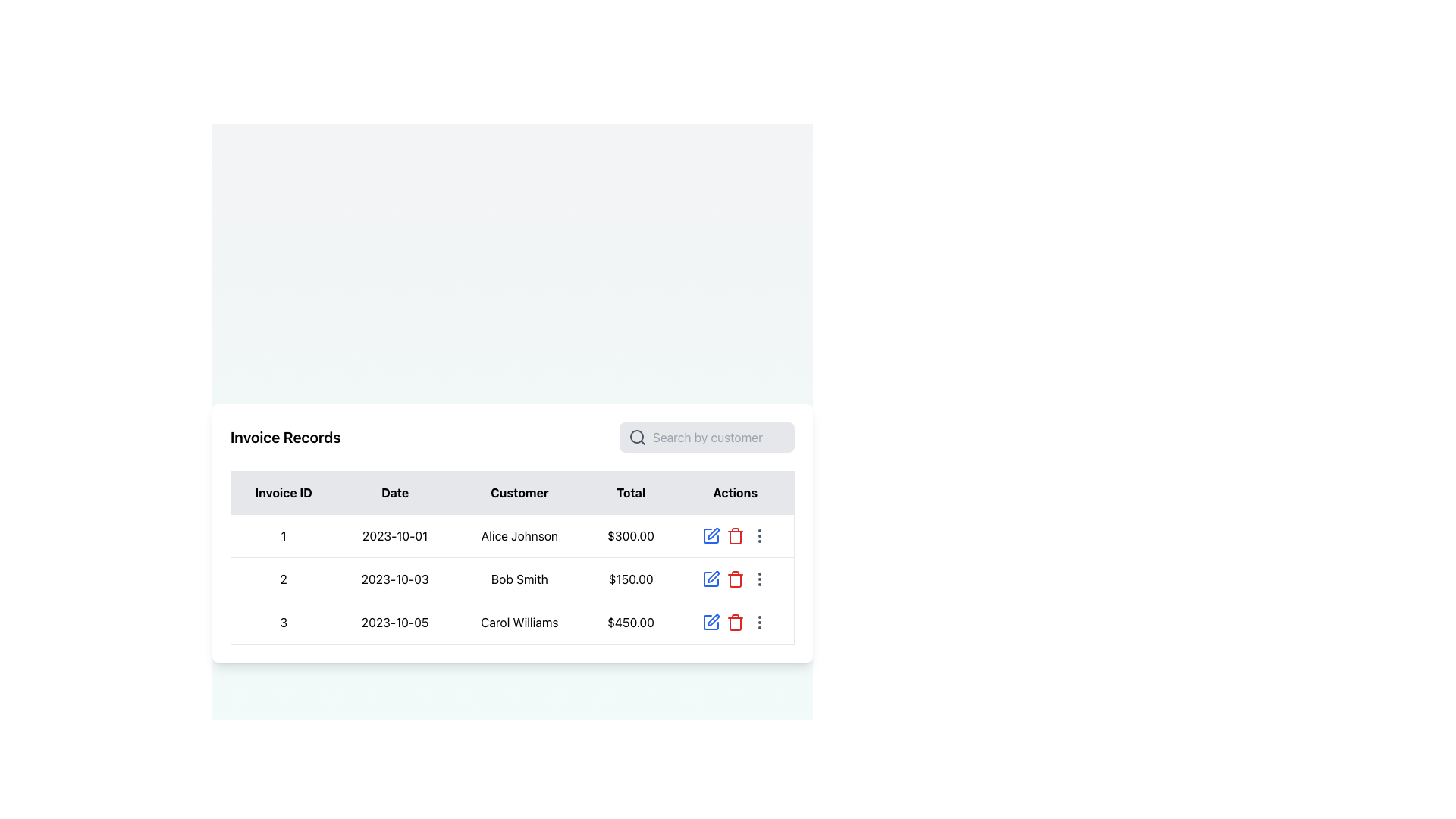 The width and height of the screenshot is (1456, 819). What do you see at coordinates (519, 579) in the screenshot?
I see `the label displaying the text 'Bob Smith' in the 'Customer' column of the invoice table` at bounding box center [519, 579].